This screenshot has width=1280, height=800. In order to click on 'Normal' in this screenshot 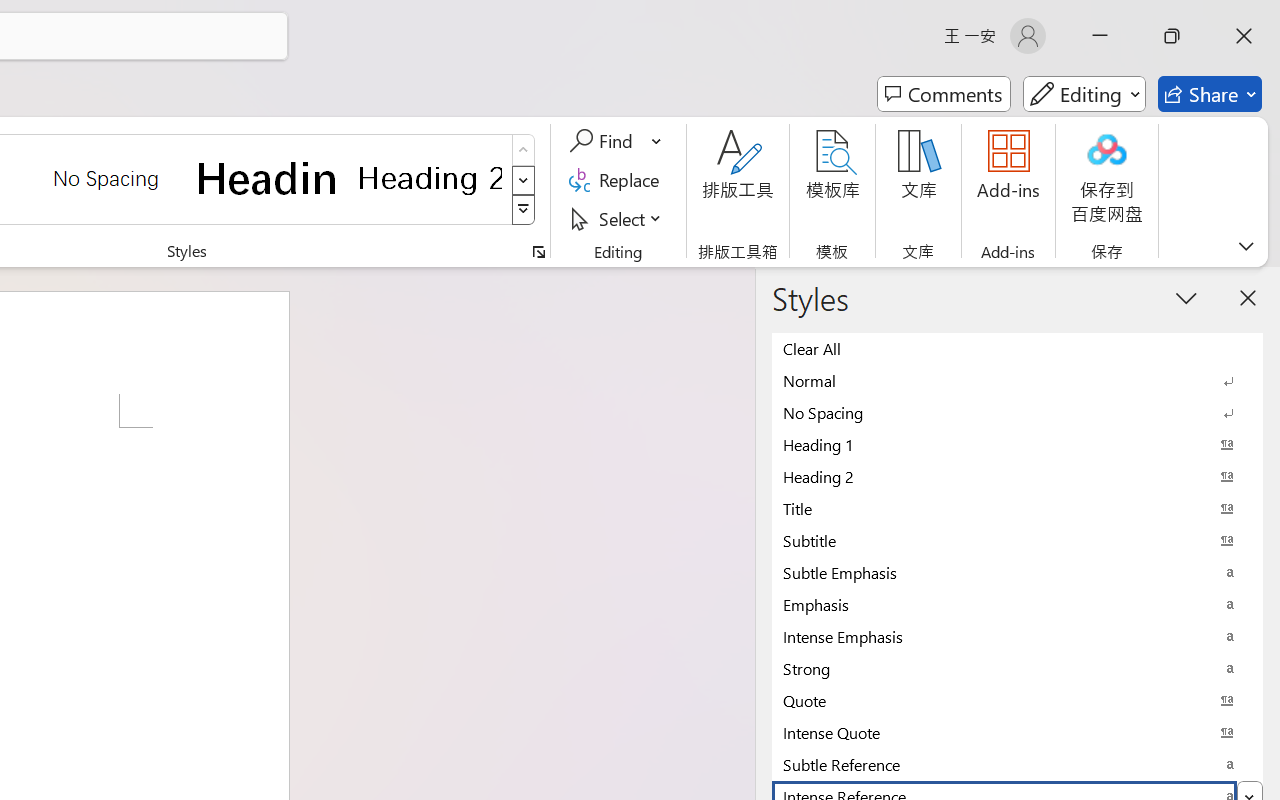, I will do `click(1017, 379)`.